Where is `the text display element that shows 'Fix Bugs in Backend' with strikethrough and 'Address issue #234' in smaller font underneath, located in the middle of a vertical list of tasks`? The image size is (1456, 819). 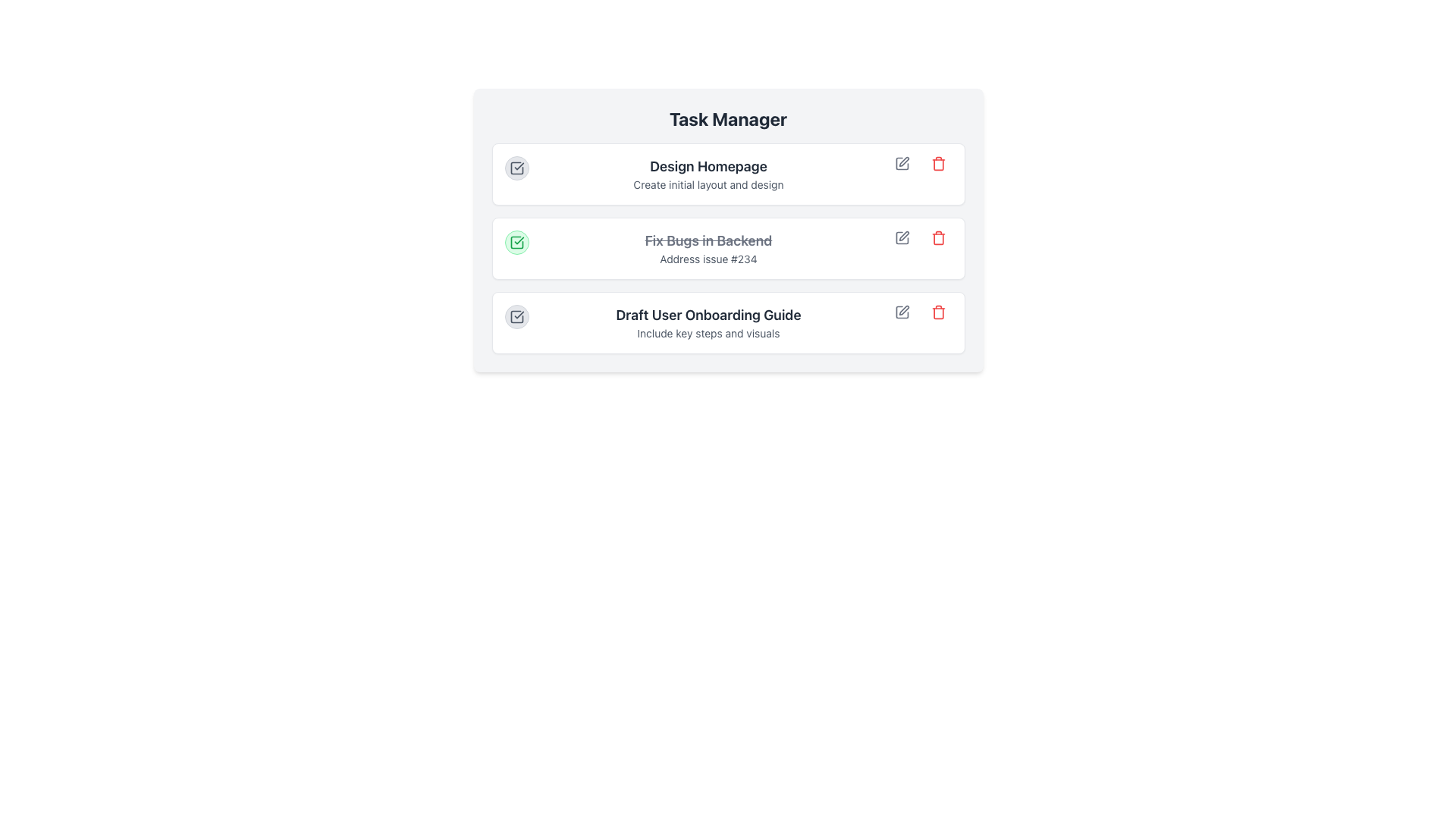 the text display element that shows 'Fix Bugs in Backend' with strikethrough and 'Address issue #234' in smaller font underneath, located in the middle of a vertical list of tasks is located at coordinates (708, 247).